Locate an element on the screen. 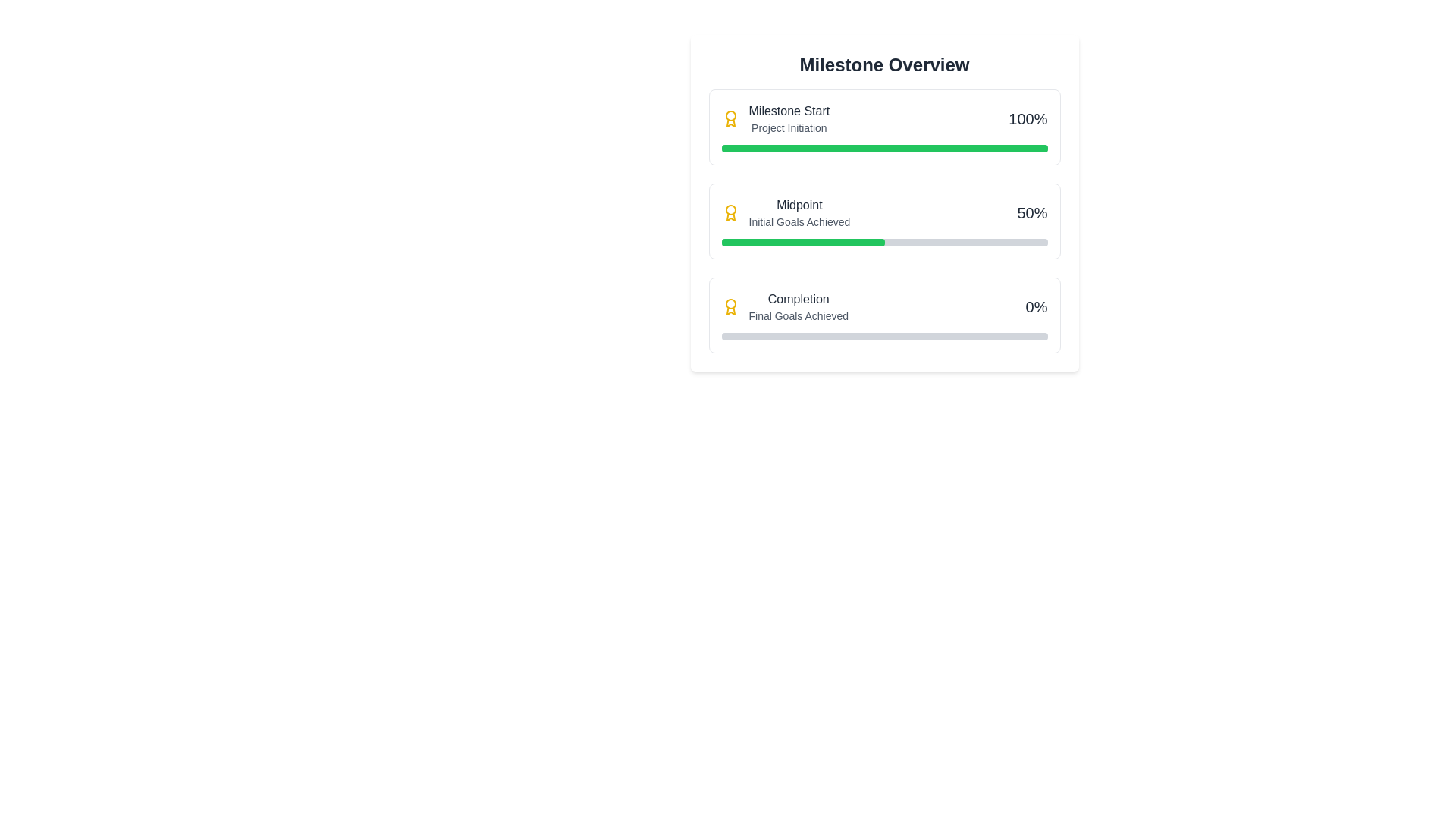 The image size is (1456, 819). the text label that denotes the title of the third milestone entry, located below 'Midpoint' and above 'Final Goals Achieved' in the milestone overview is located at coordinates (798, 299).